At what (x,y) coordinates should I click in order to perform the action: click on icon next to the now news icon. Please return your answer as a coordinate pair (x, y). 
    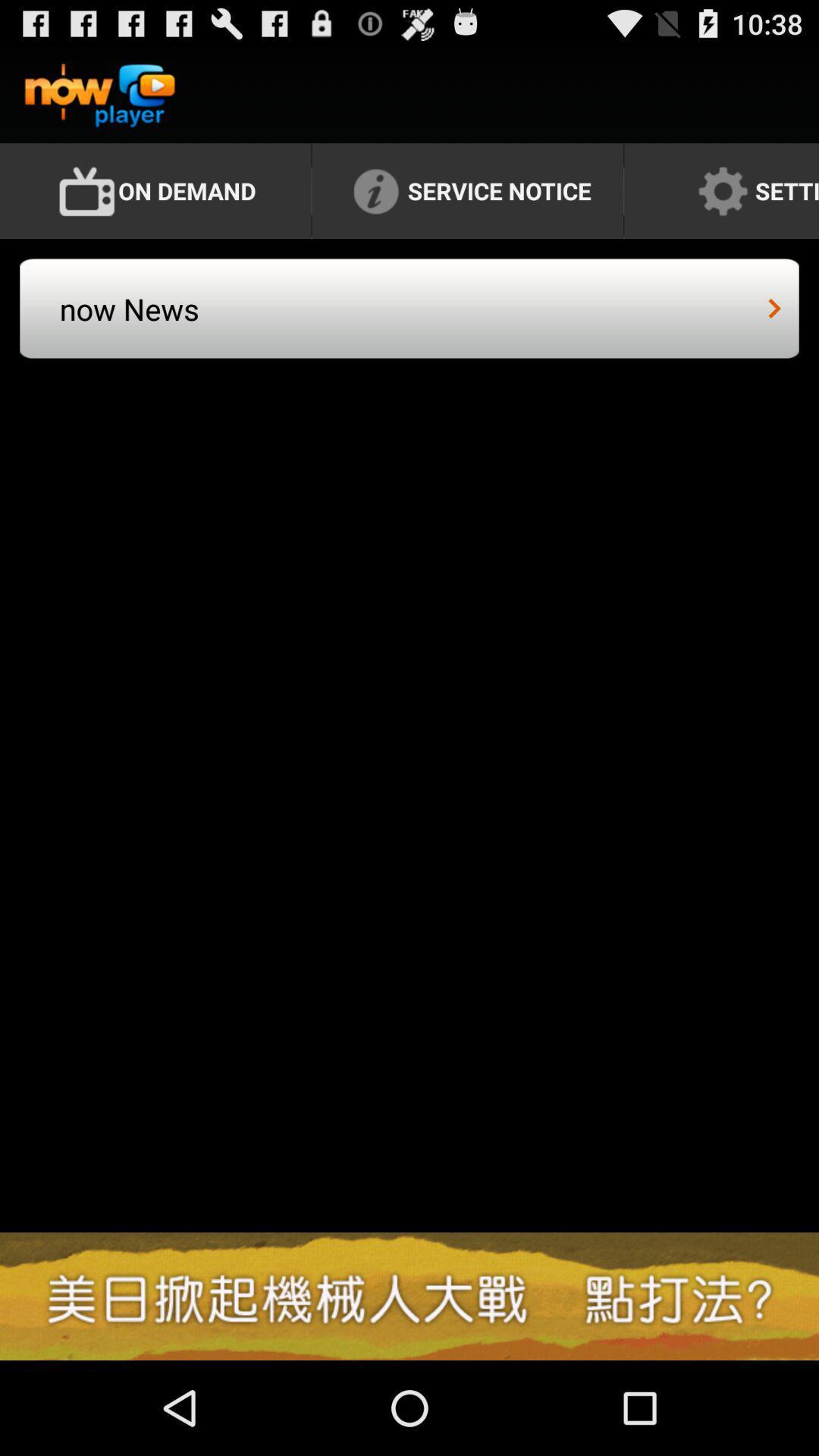
    Looking at the image, I should click on (774, 307).